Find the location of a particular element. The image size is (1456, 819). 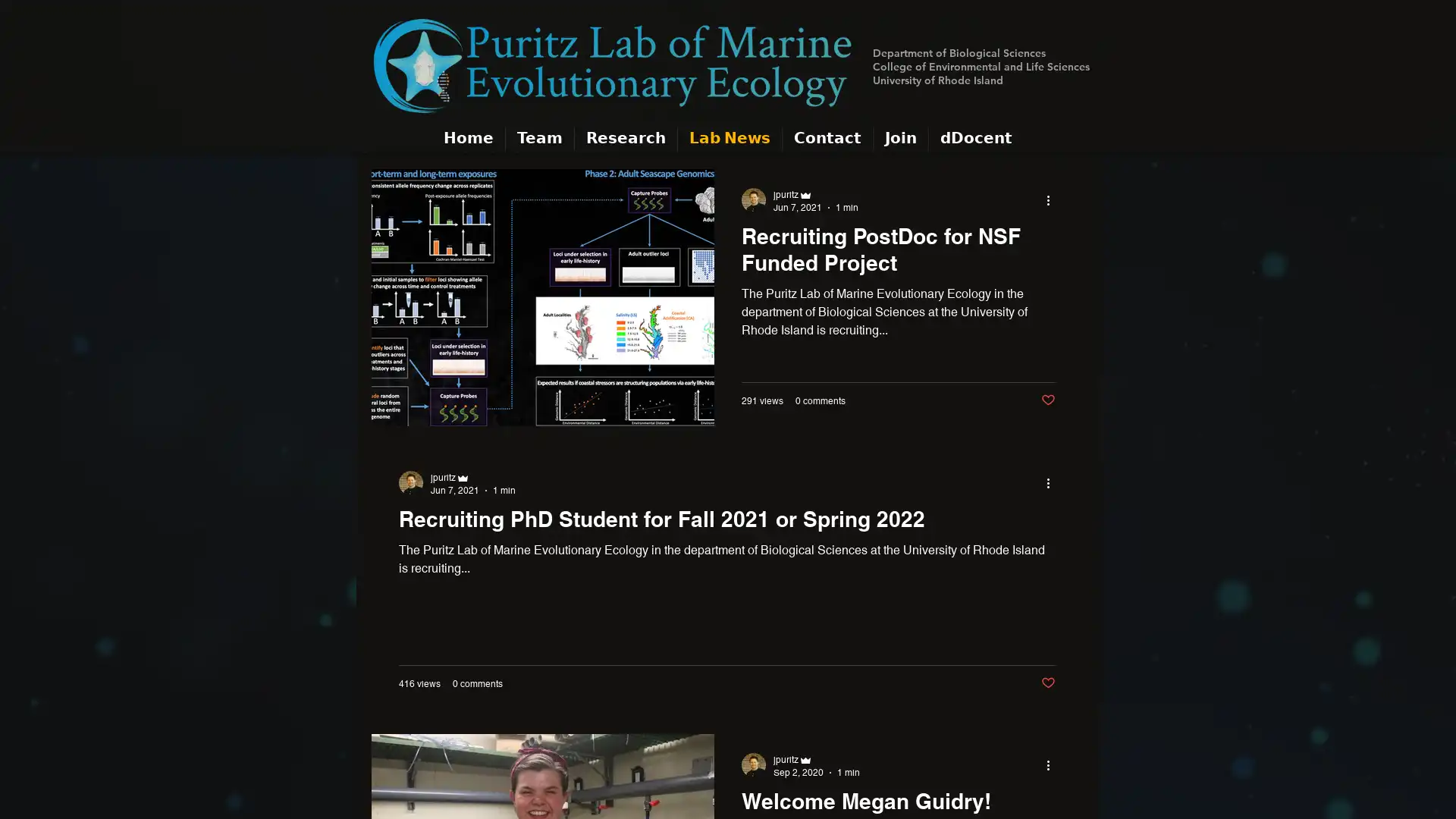

Post not marked as liked is located at coordinates (1047, 682).